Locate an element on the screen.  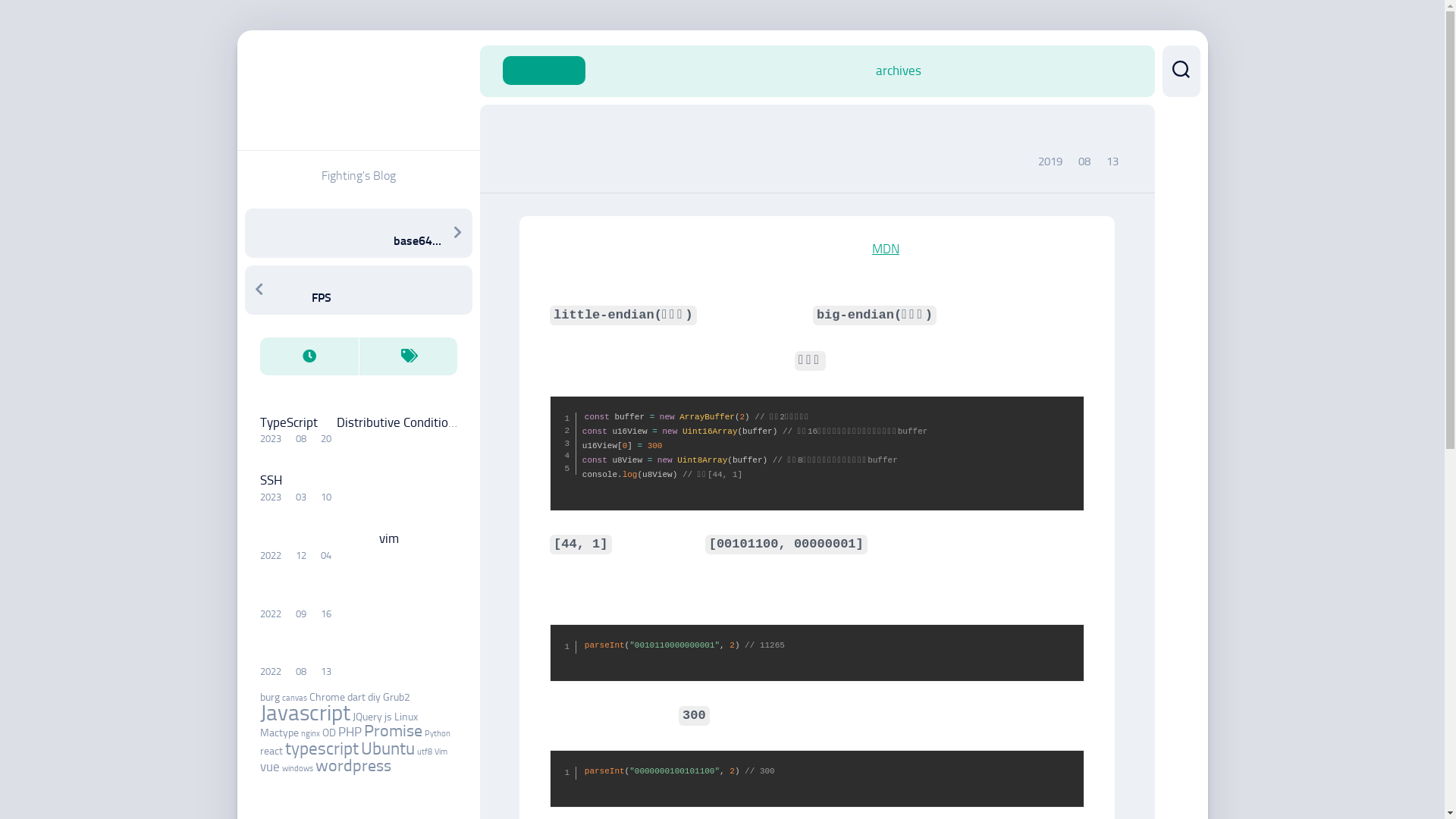
'Linux' is located at coordinates (406, 717).